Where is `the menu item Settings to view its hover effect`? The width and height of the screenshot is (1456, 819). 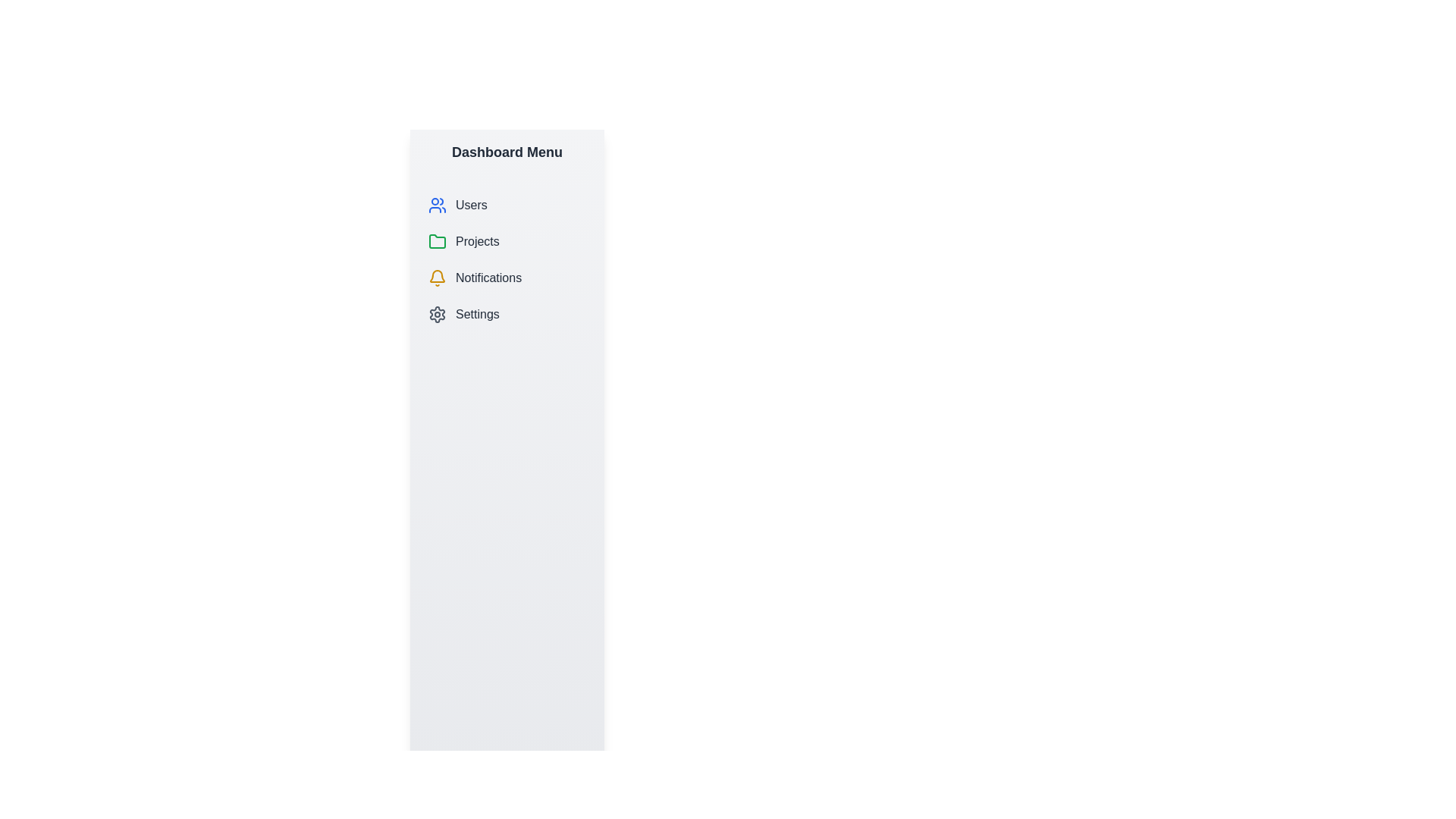
the menu item Settings to view its hover effect is located at coordinates (507, 314).